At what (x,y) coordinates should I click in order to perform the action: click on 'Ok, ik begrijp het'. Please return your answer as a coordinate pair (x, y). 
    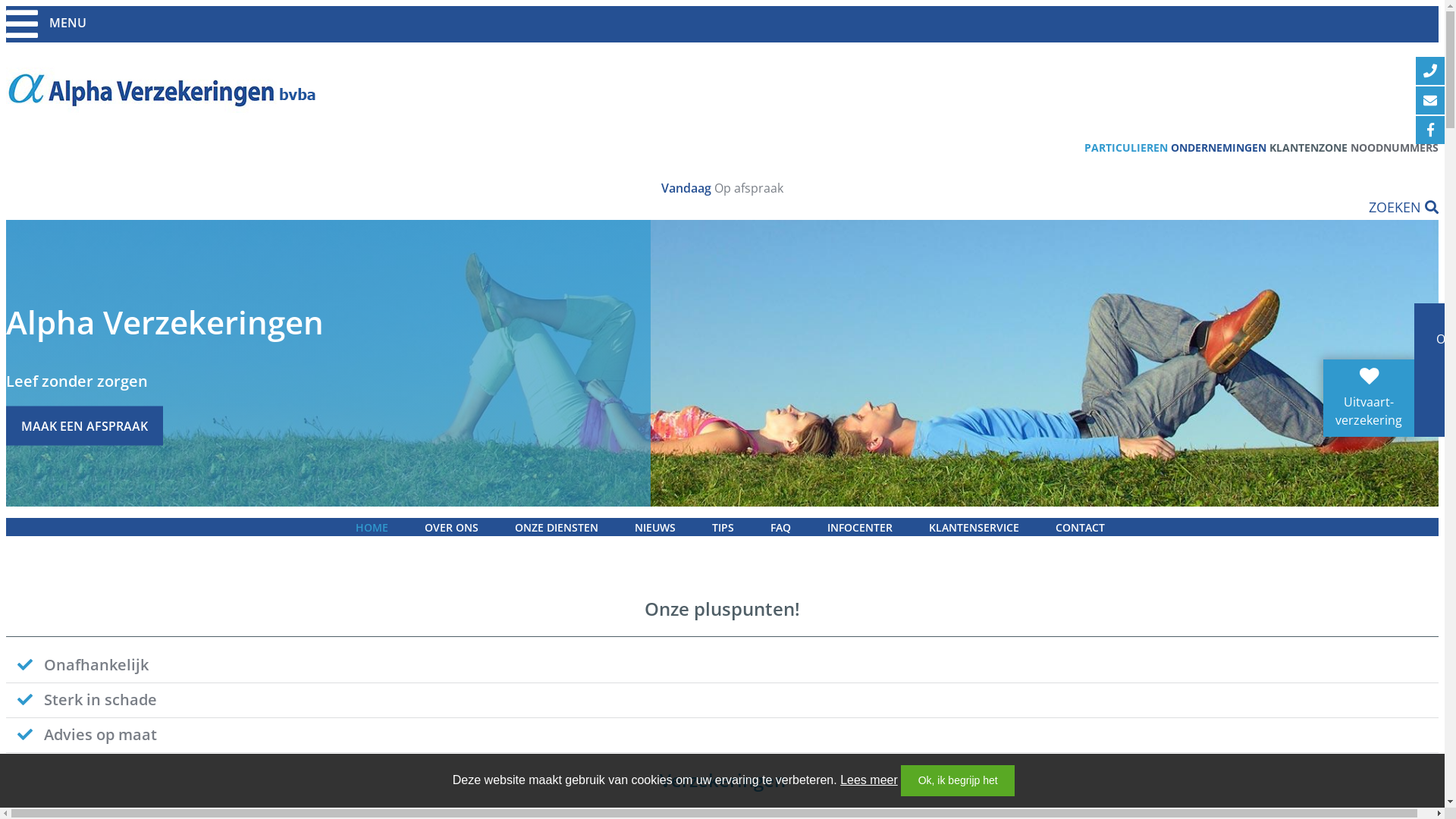
    Looking at the image, I should click on (956, 780).